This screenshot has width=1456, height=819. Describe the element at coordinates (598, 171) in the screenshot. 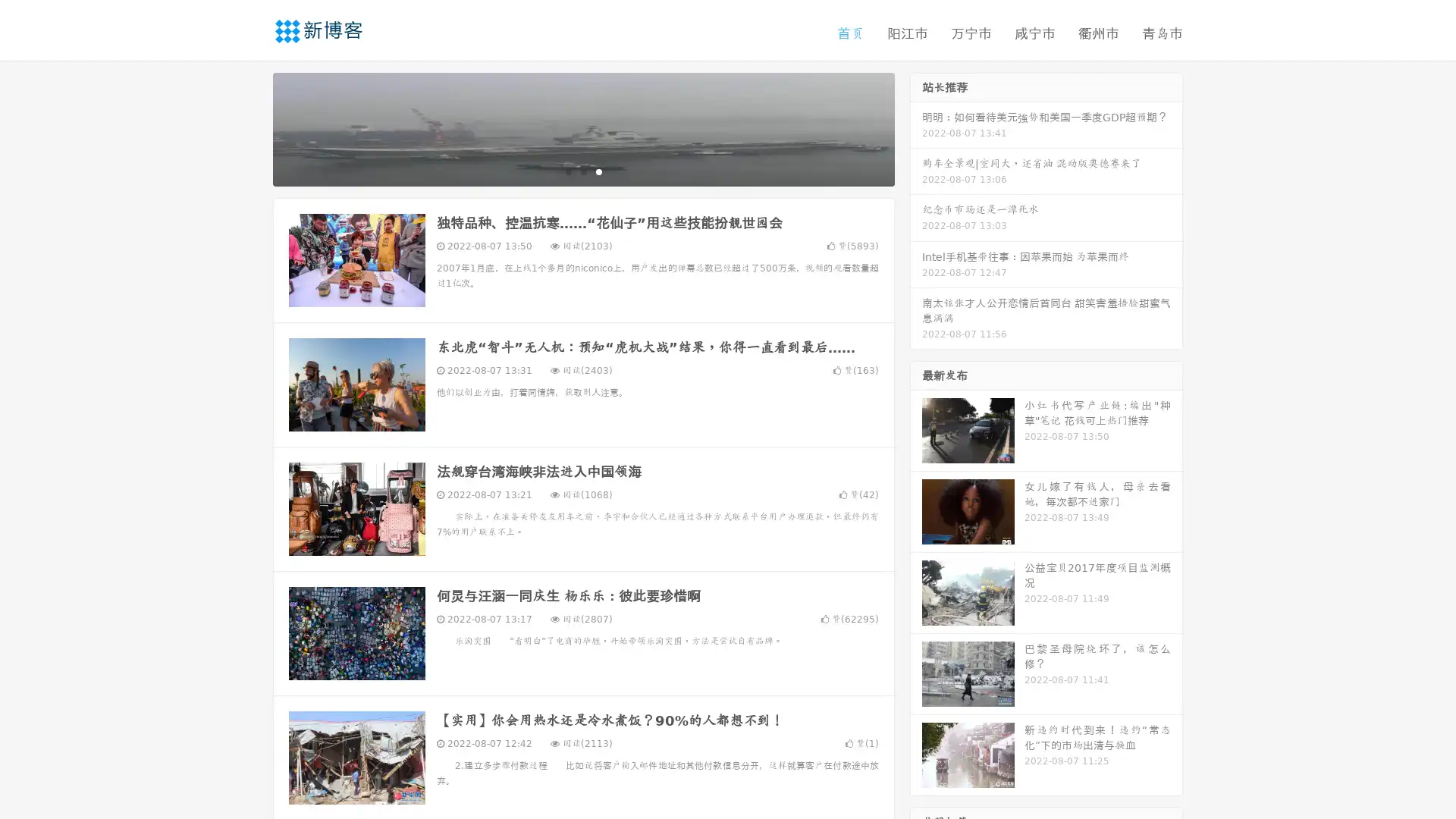

I see `Go to slide 3` at that location.